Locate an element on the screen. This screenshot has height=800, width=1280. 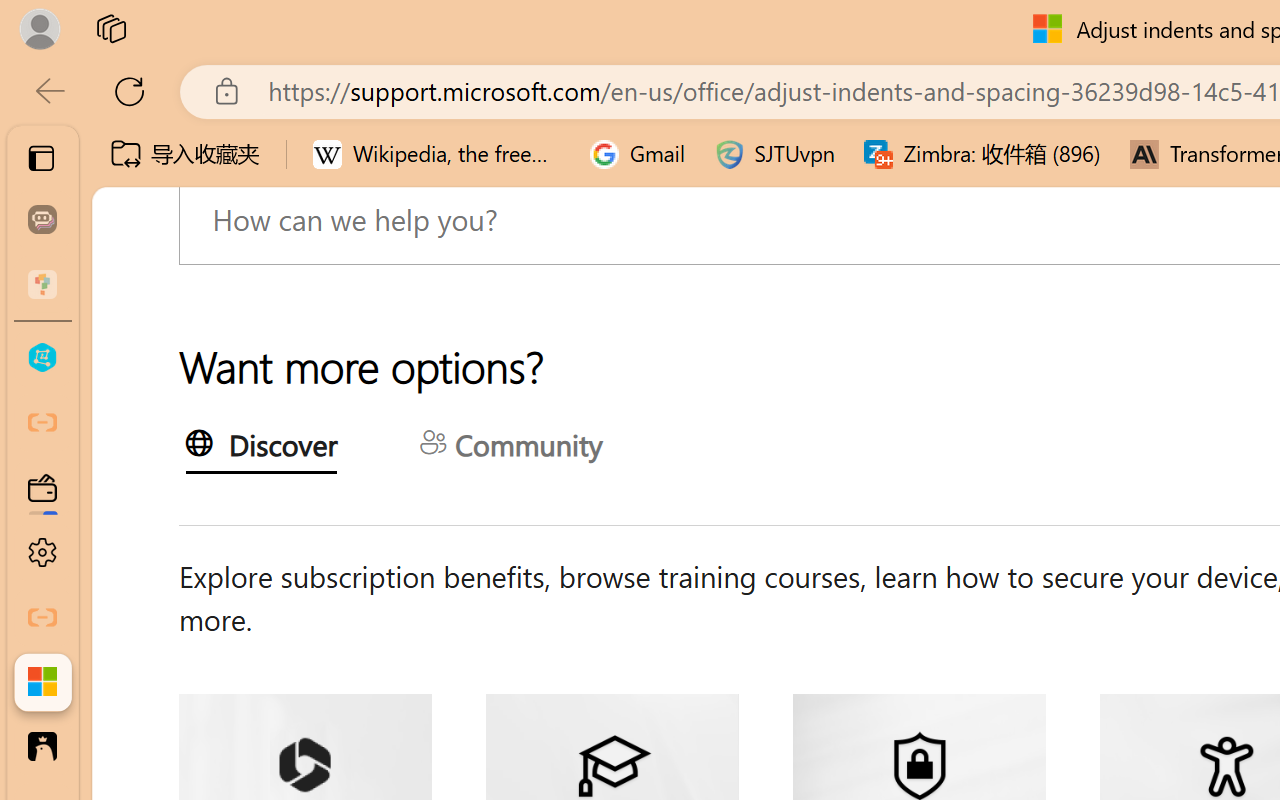
'Wikipedia, the free encyclopedia' is located at coordinates (436, 154).